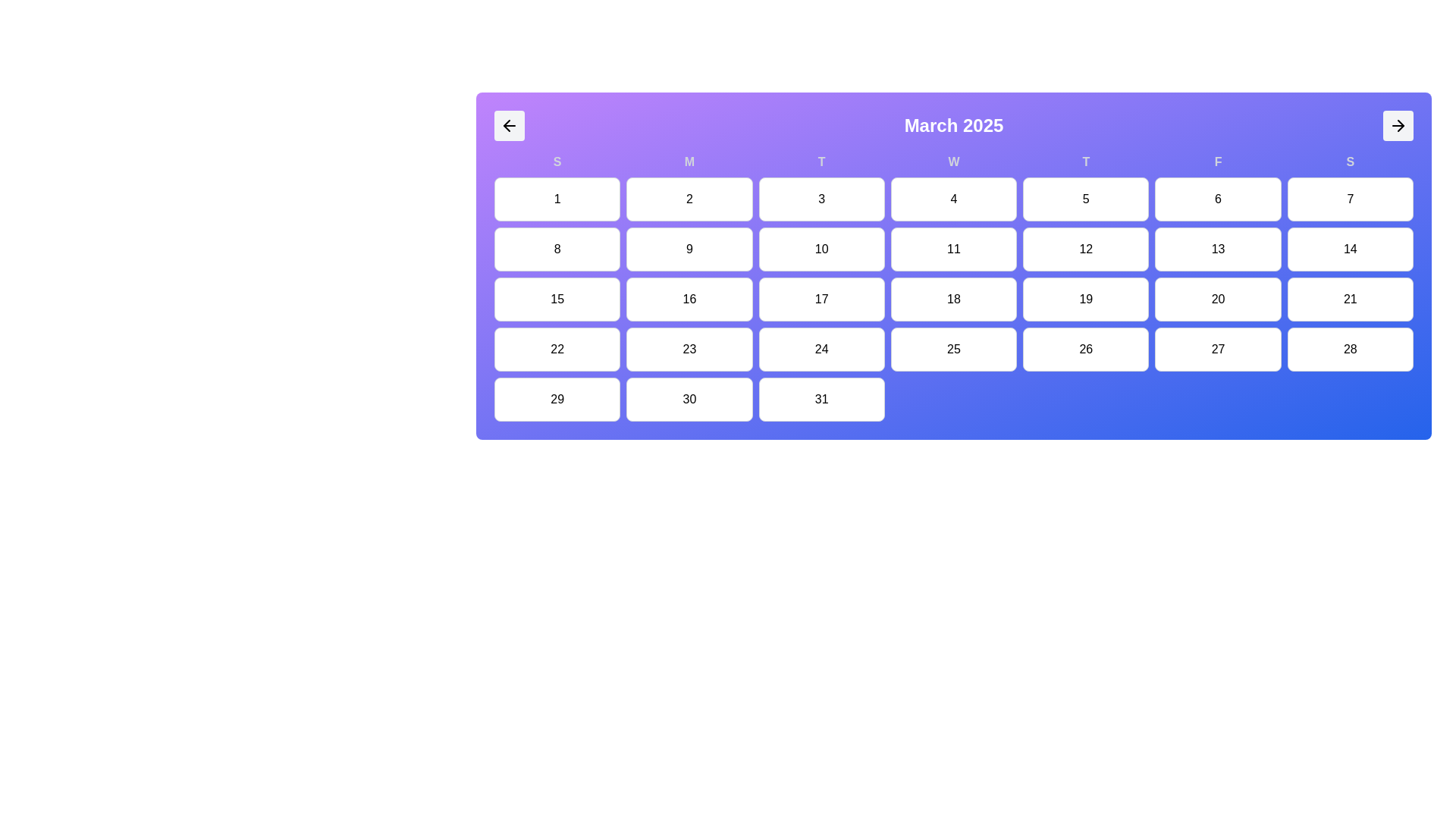 This screenshot has height=819, width=1456. I want to click on the bold letter 'M' displayed in gray color, which is the second item in the row of weekday labels in the calendar interface, located above the date '2', so click(689, 162).